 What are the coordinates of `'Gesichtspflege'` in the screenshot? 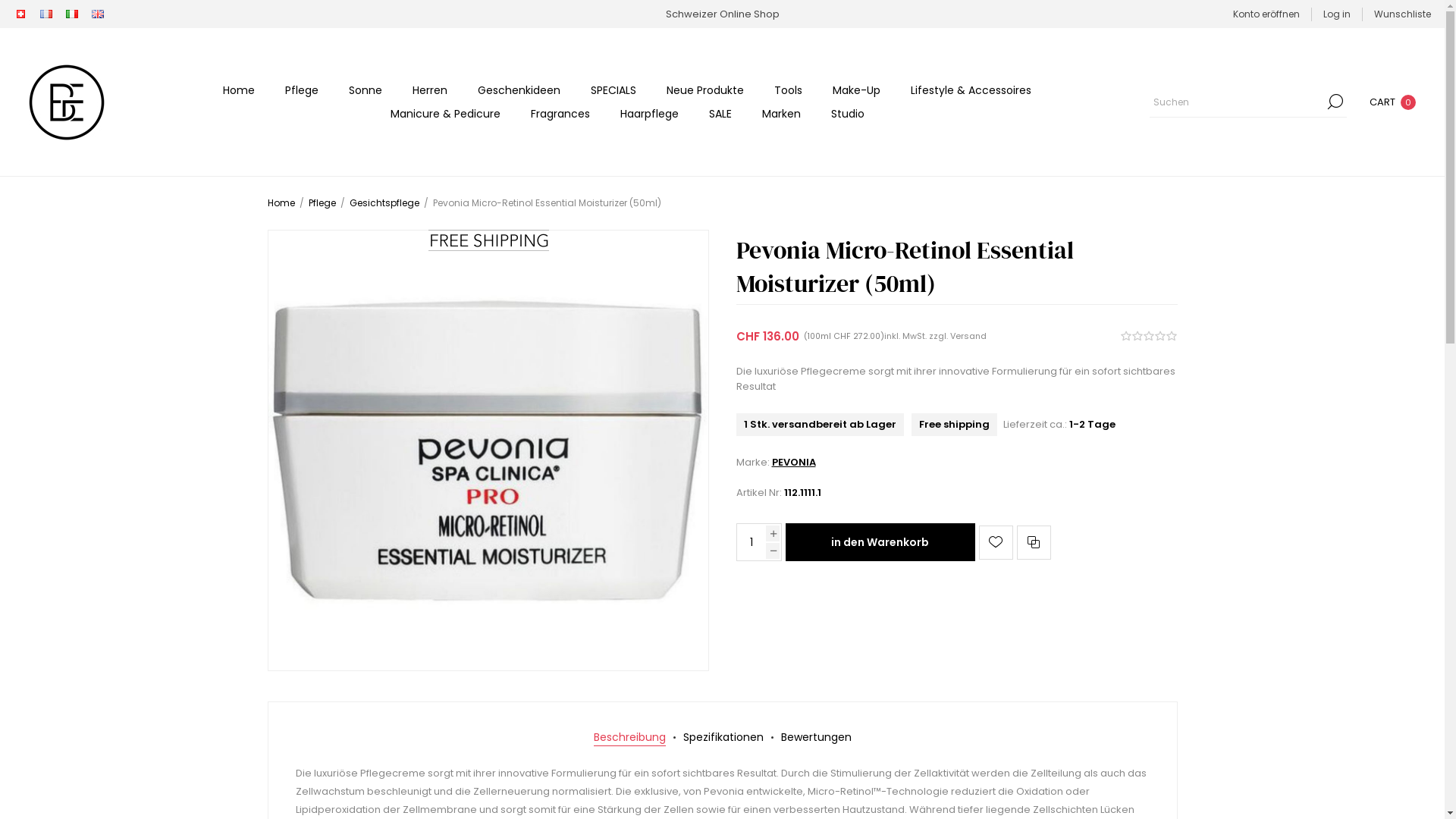 It's located at (383, 202).